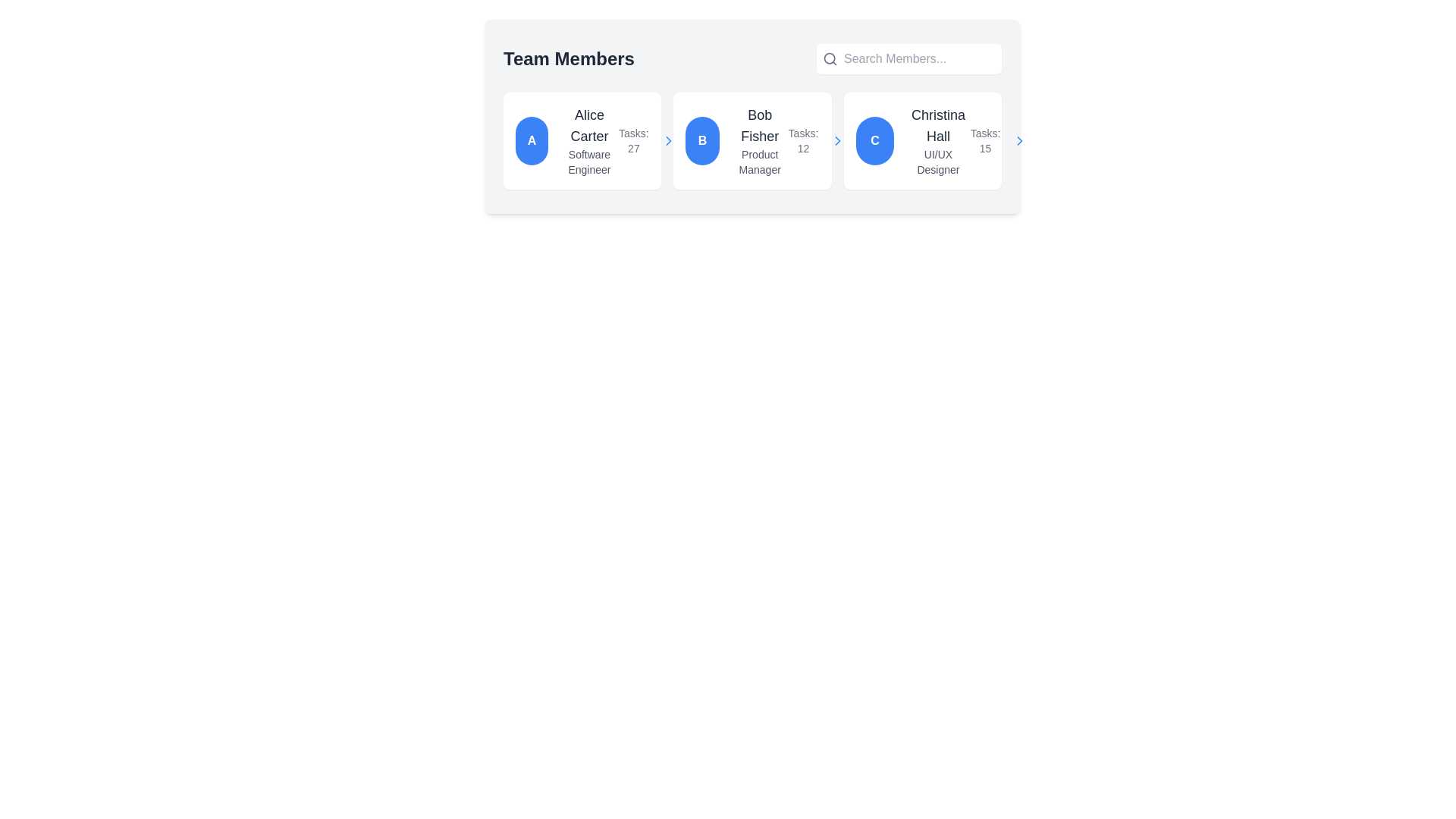 Image resolution: width=1456 pixels, height=819 pixels. Describe the element at coordinates (985, 140) in the screenshot. I see `the 'Tasks: 15' text label, which is a small gray font label located within the profile card of 'Christina Hall', positioned to the left of the interactive blue button` at that location.